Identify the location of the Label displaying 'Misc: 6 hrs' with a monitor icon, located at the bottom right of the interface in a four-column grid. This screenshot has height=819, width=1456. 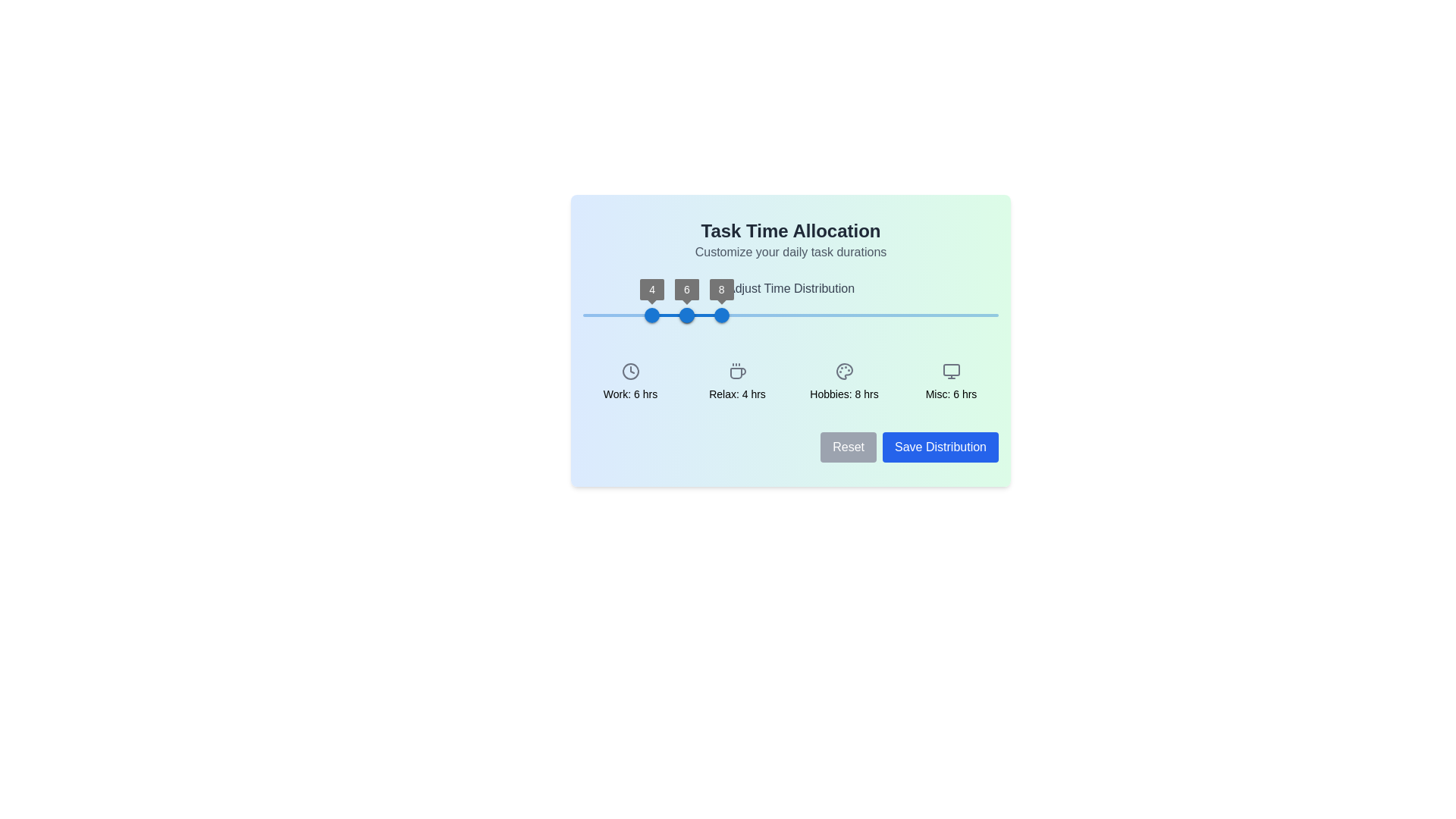
(950, 381).